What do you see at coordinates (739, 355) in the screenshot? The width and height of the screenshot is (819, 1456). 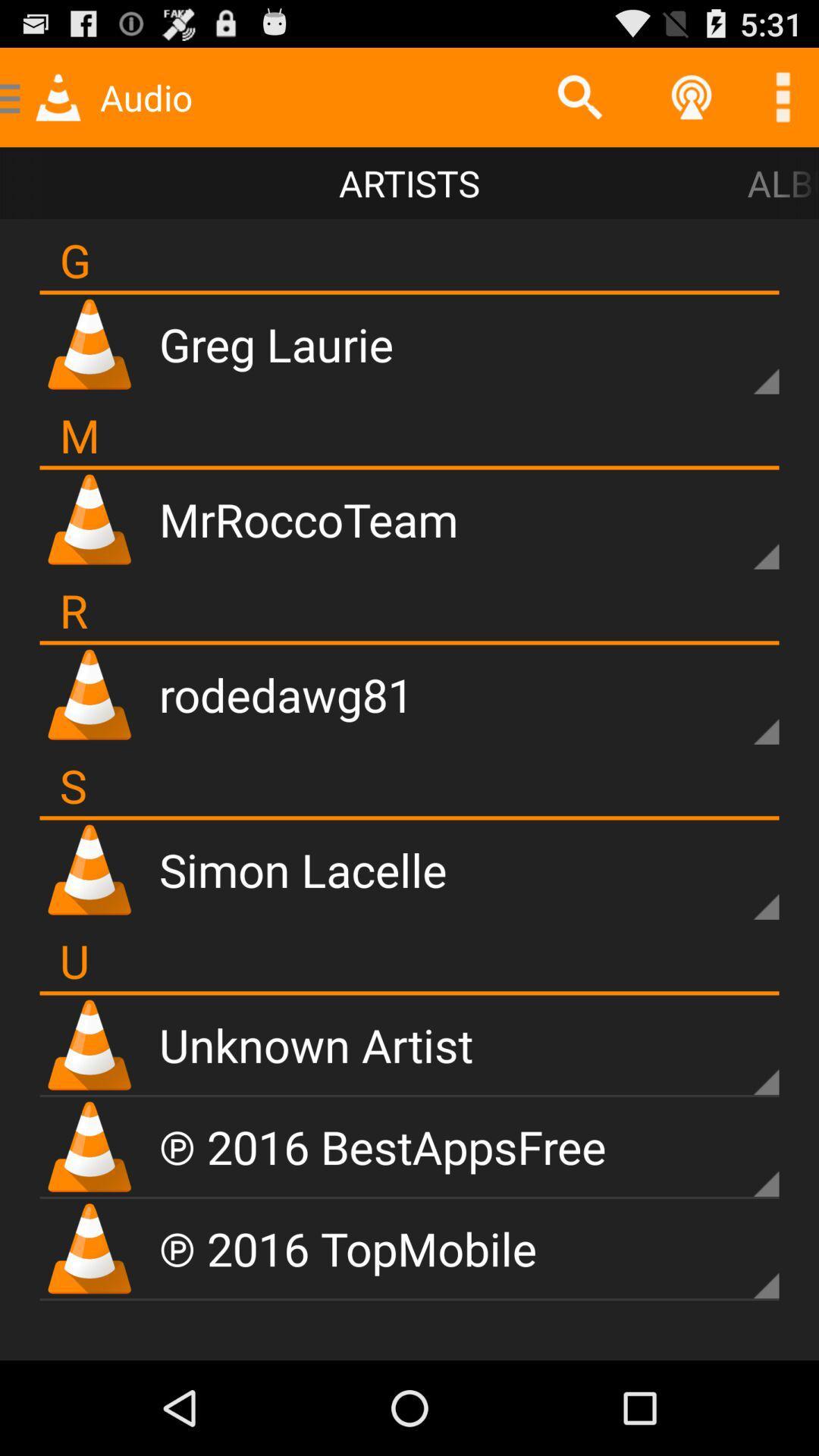 I see `user` at bounding box center [739, 355].